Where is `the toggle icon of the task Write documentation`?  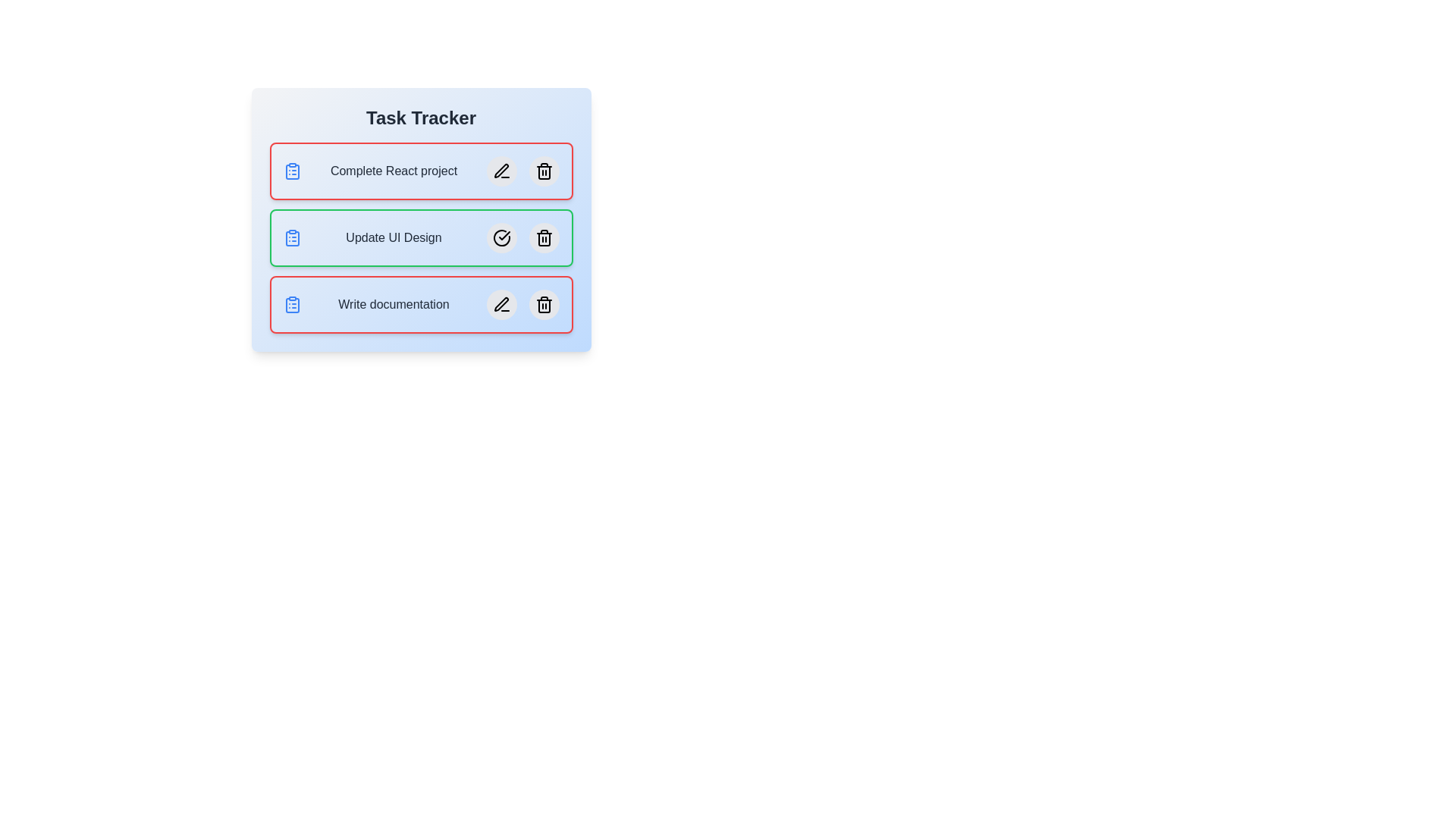
the toggle icon of the task Write documentation is located at coordinates (292, 304).